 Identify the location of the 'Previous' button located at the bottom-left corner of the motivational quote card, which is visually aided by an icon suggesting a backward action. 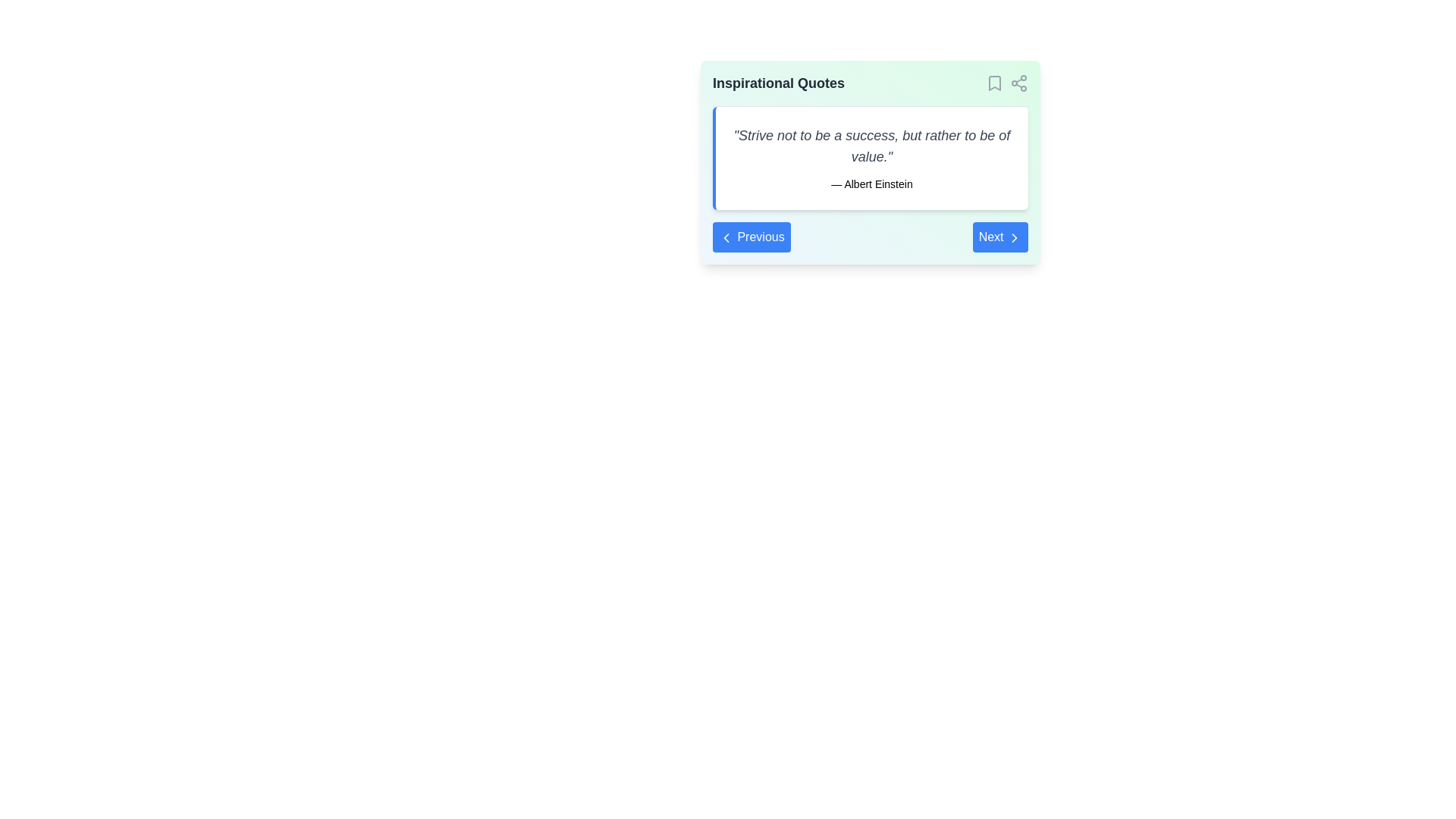
(726, 237).